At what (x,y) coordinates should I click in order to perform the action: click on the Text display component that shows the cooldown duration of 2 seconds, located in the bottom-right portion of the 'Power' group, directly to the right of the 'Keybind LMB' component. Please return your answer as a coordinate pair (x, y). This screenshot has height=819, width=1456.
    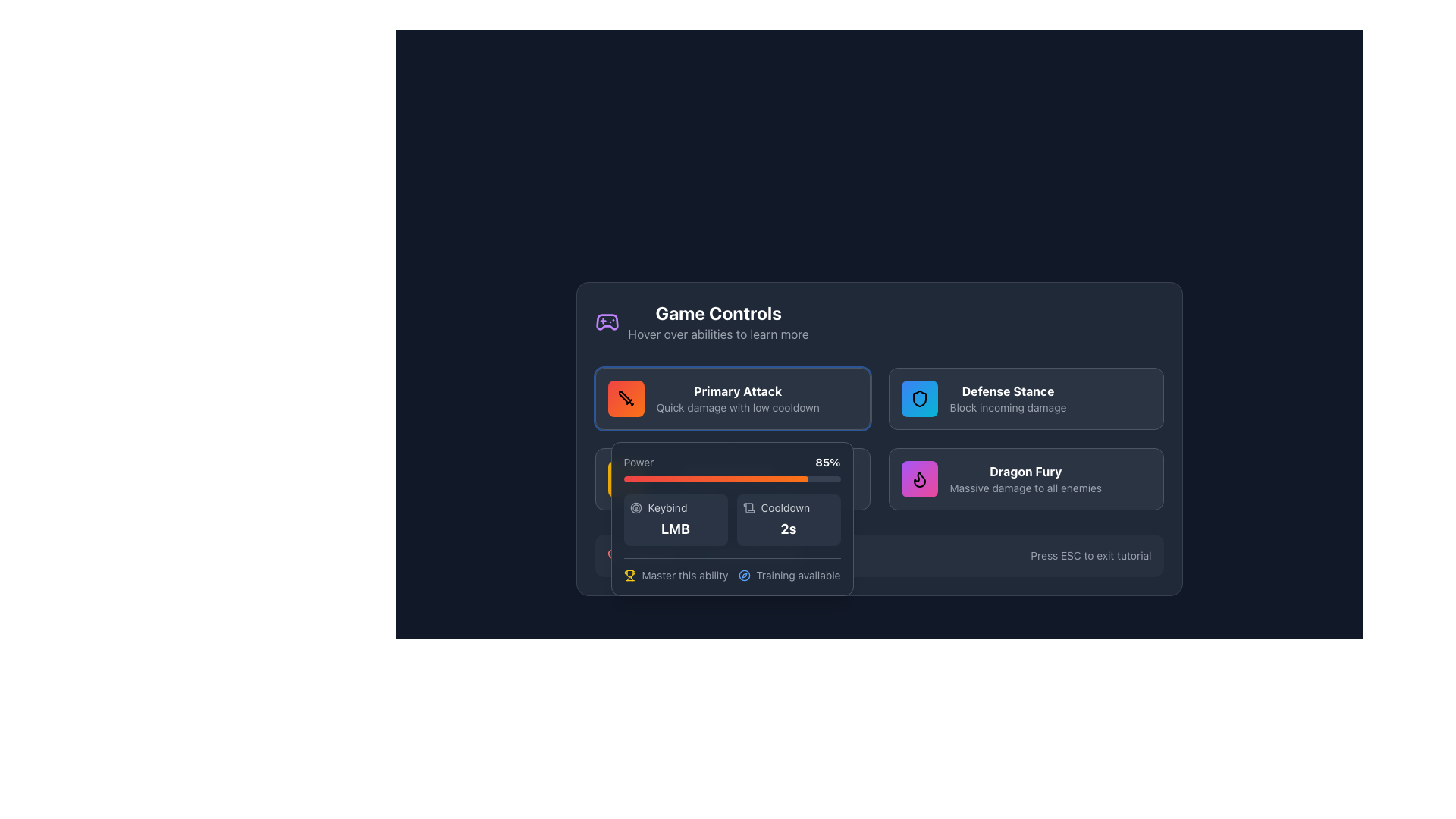
    Looking at the image, I should click on (789, 519).